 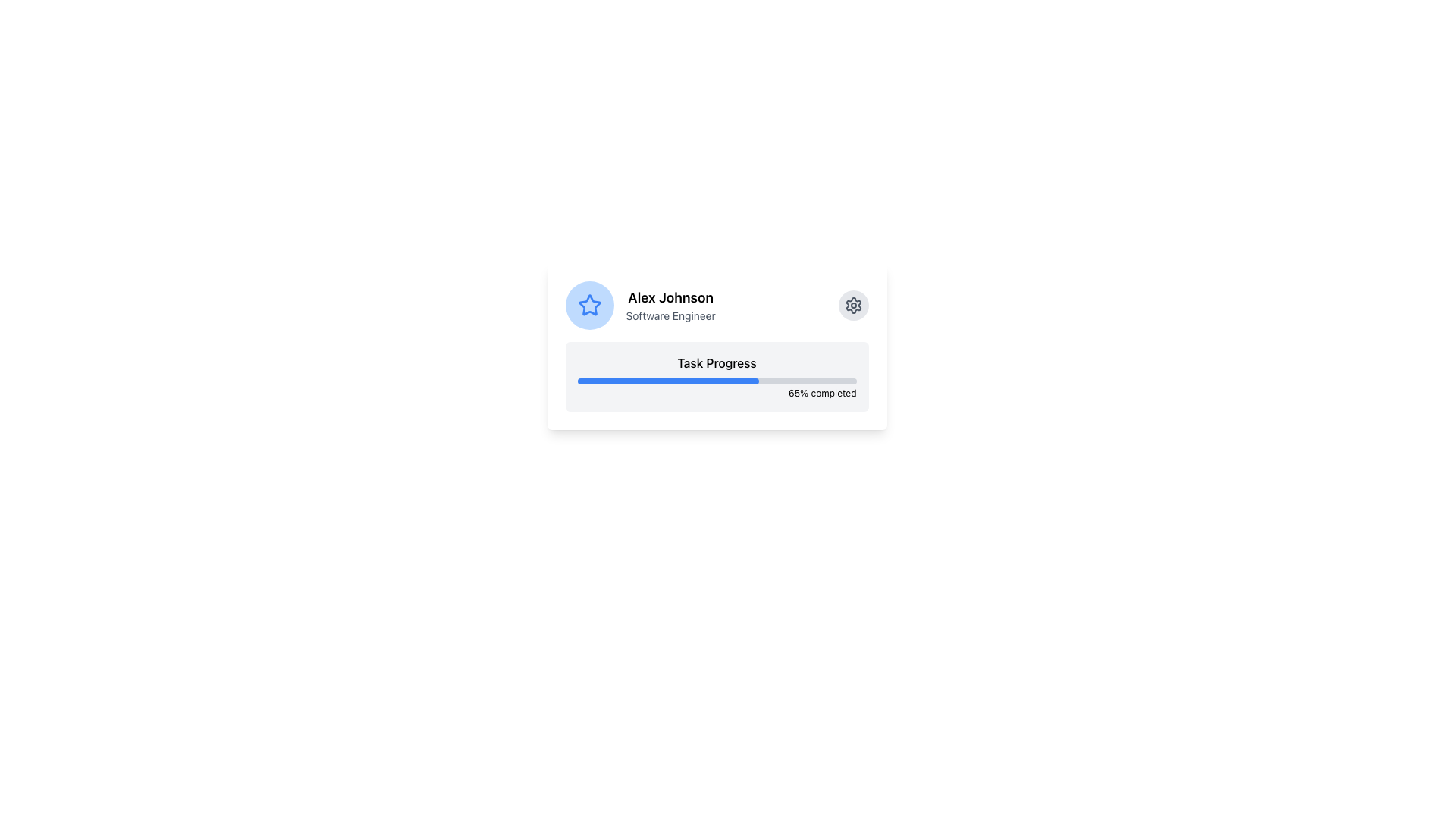 What do you see at coordinates (667, 380) in the screenshot?
I see `the progress bar indicating 65% completion located beneath the 'Task Progress' label to trigger a progress update` at bounding box center [667, 380].